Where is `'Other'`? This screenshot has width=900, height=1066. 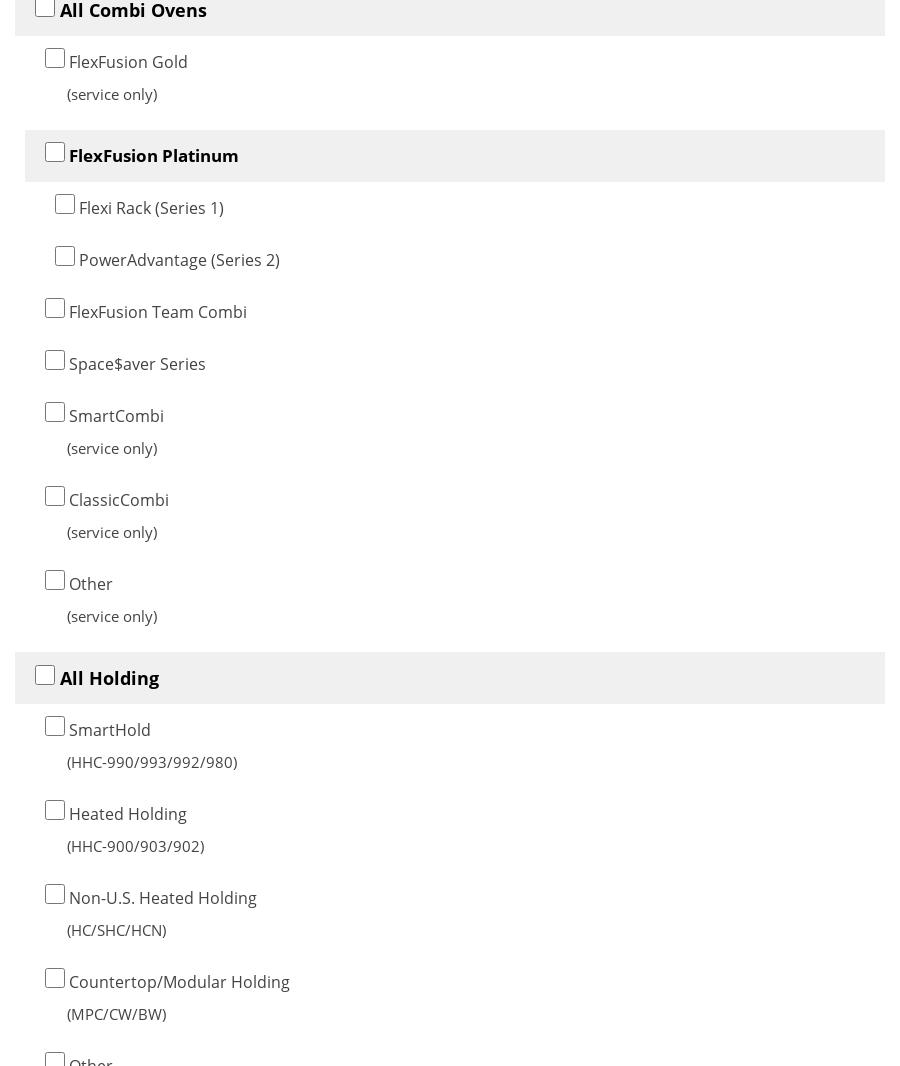
'Other' is located at coordinates (63, 581).